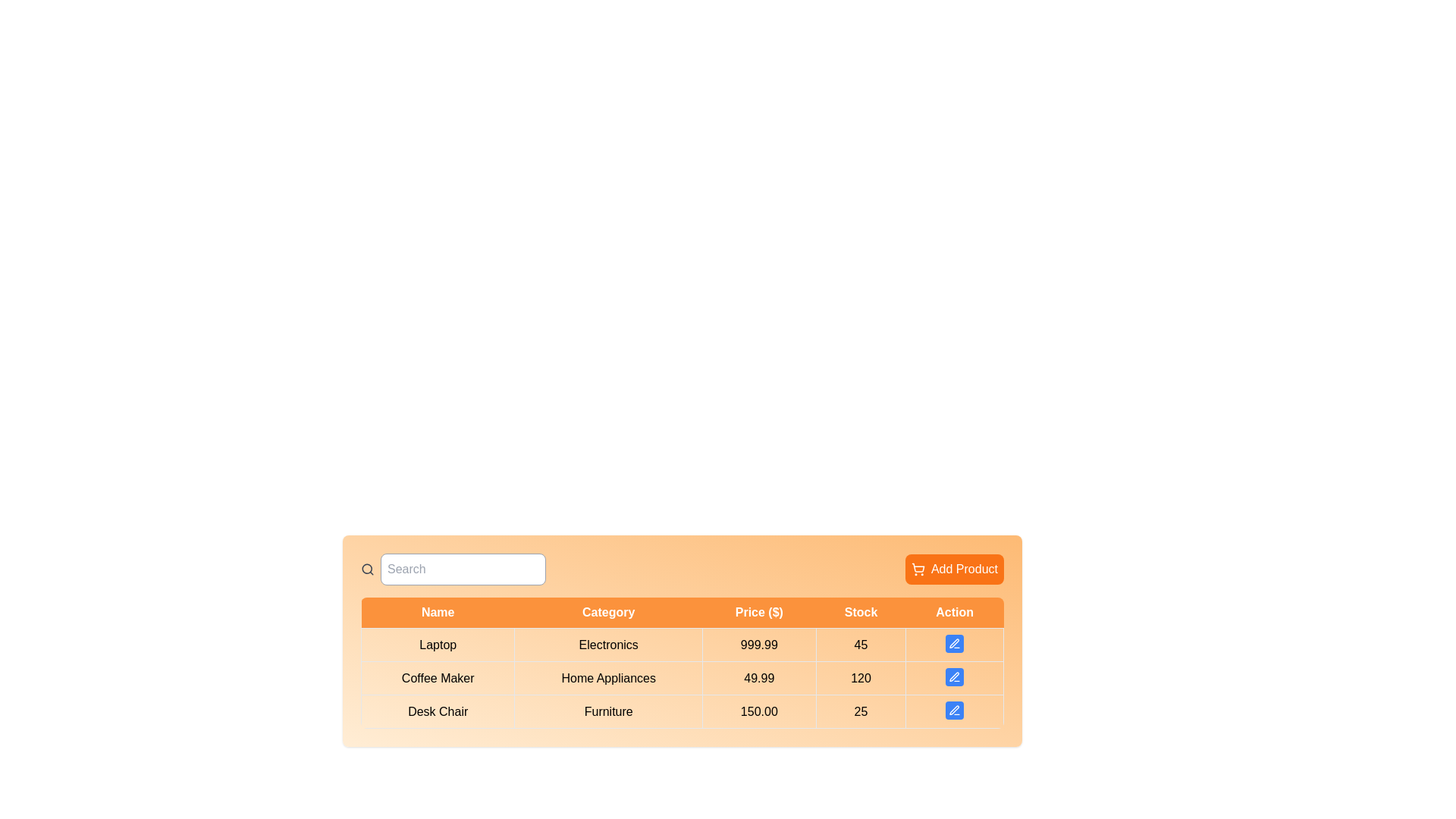 The width and height of the screenshot is (1456, 819). I want to click on the small blue button with a white pen icon located in the bottom-right section of the table, so click(954, 645).